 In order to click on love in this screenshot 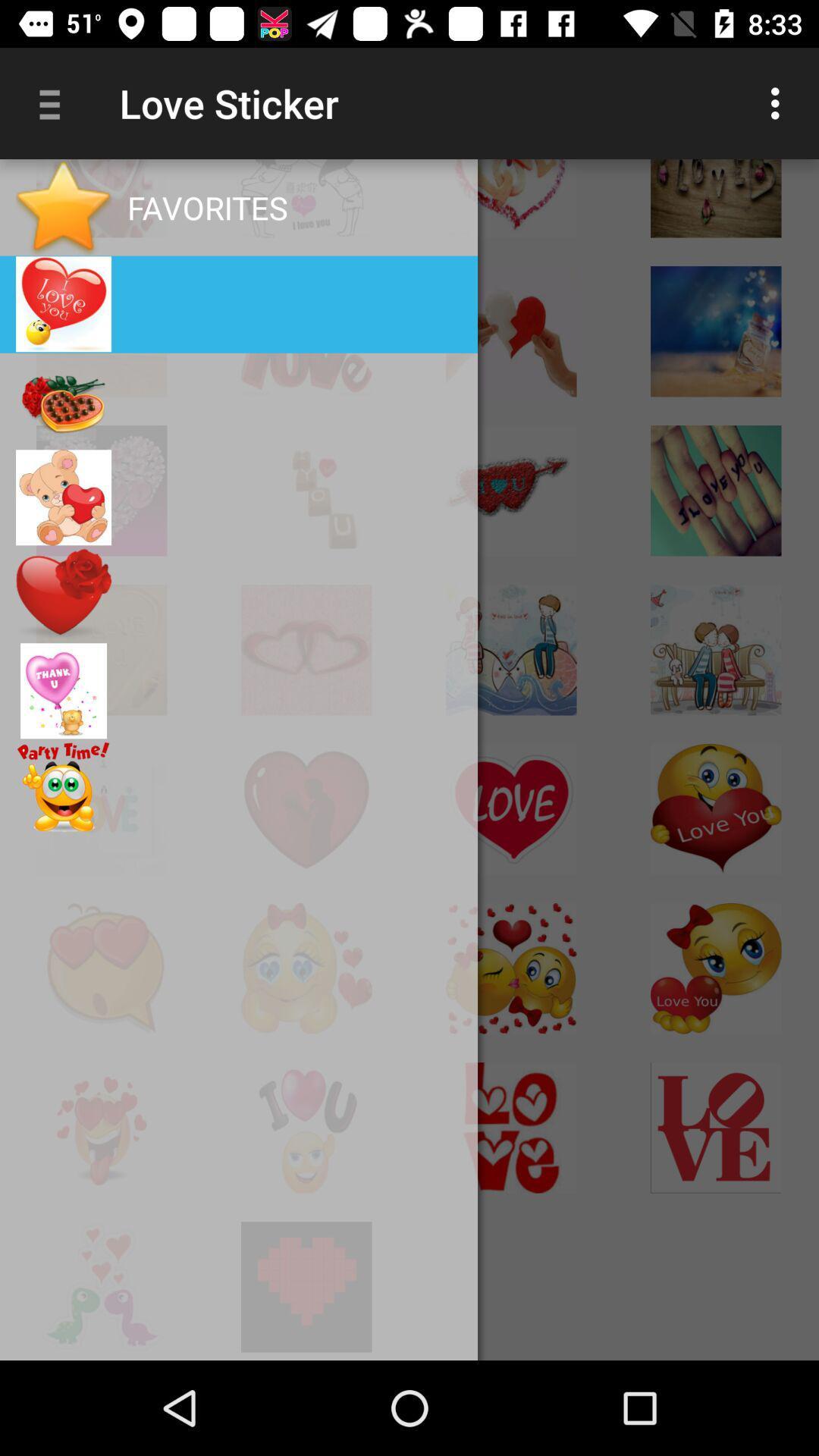, I will do `click(306, 331)`.